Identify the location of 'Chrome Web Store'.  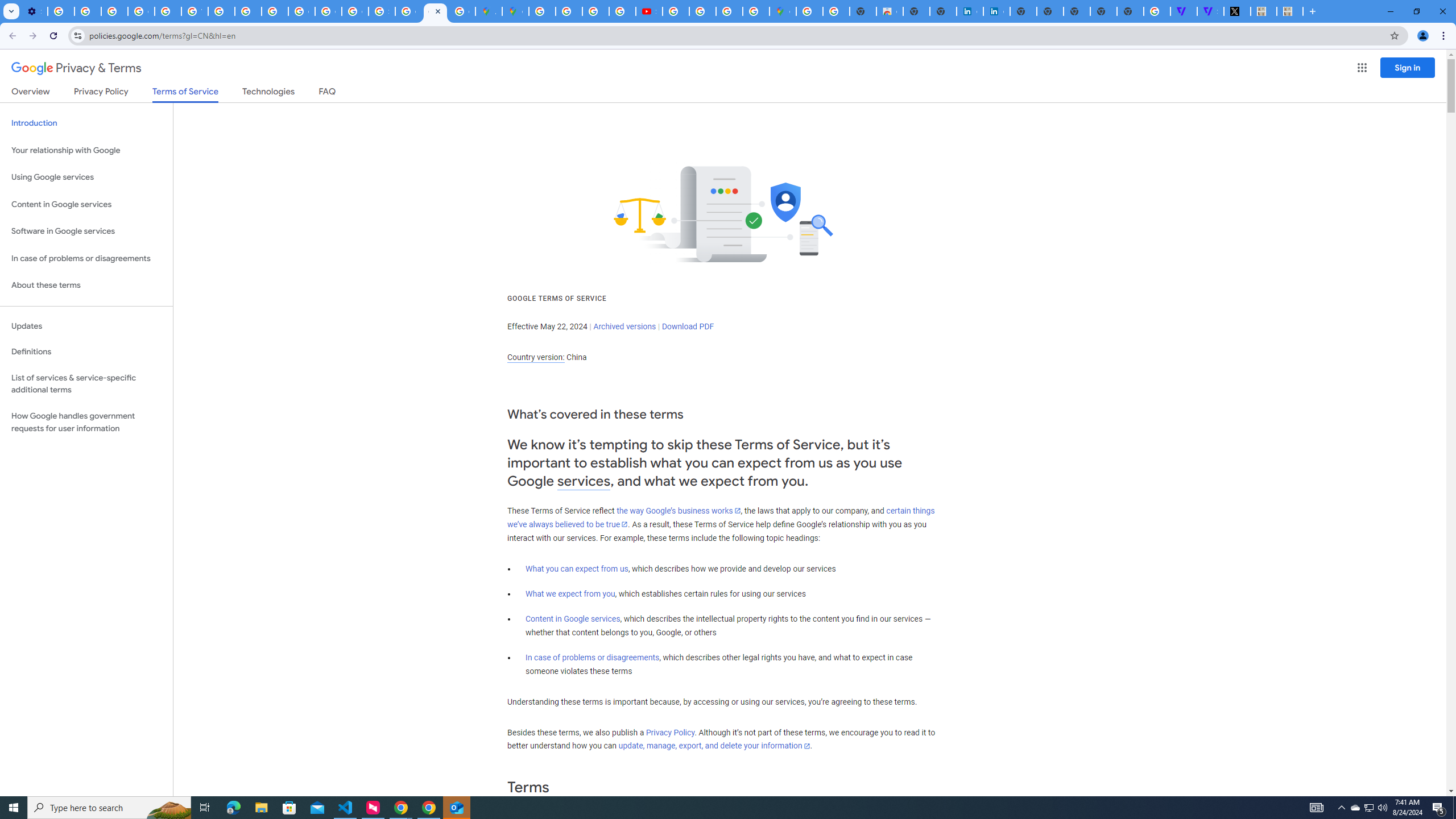
(890, 11).